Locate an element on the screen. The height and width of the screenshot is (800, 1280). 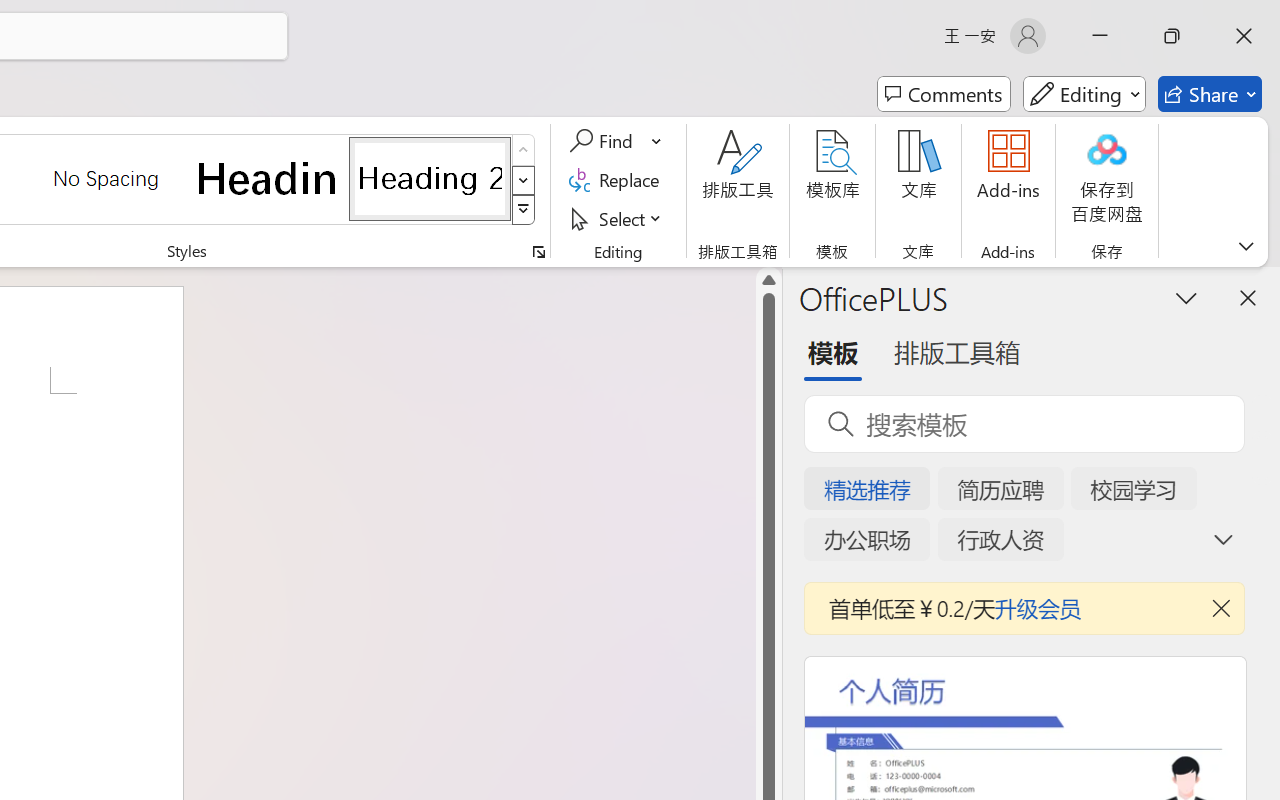
'Mode' is located at coordinates (1083, 94).